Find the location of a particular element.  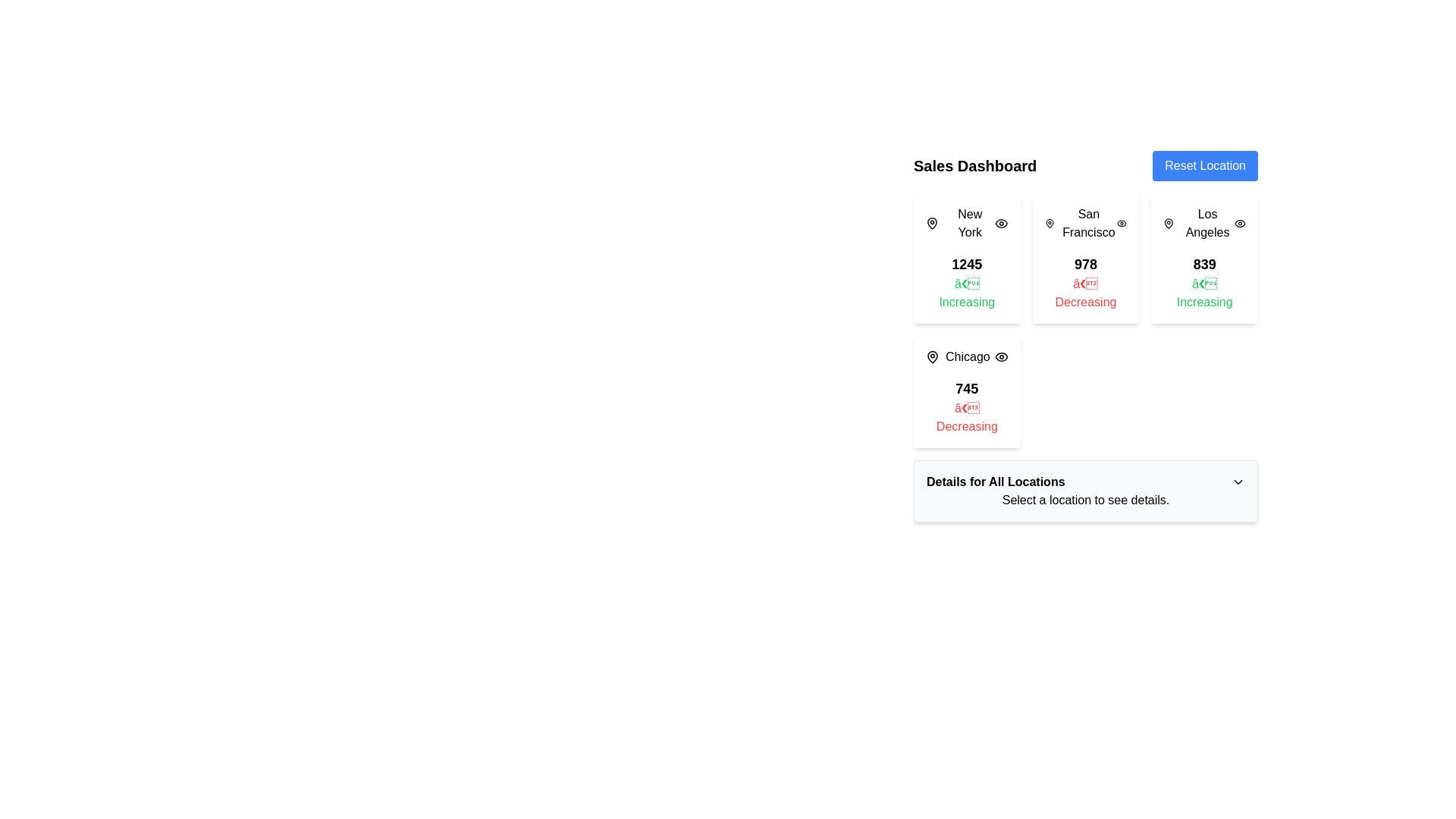

the text label indicating the location 'New York', which is positioned at the top-left corner of its section on the dashboard under the 'Sales Dashboard' heading is located at coordinates (959, 223).